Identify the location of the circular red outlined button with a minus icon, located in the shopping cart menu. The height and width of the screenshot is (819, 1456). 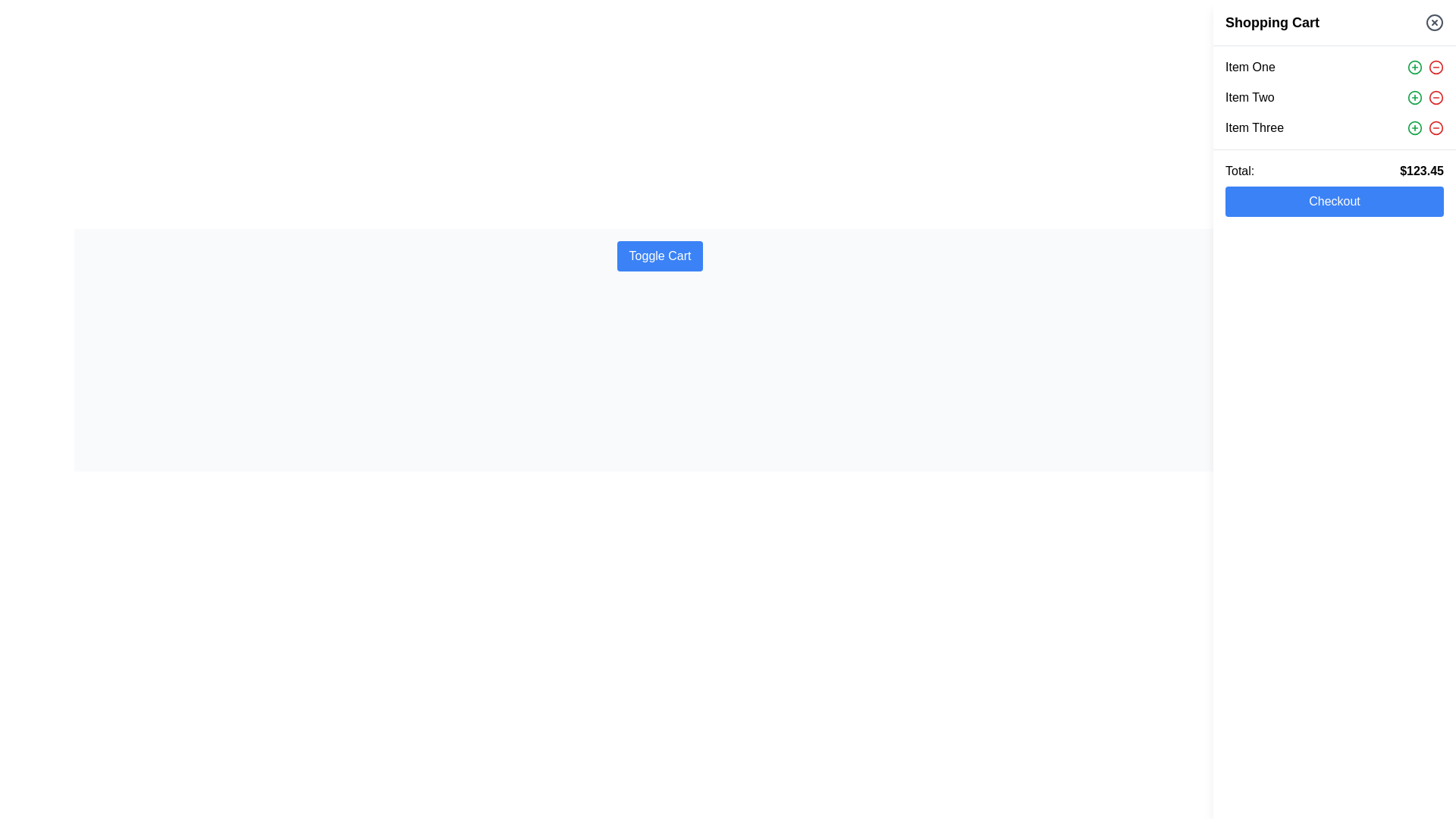
(1436, 127).